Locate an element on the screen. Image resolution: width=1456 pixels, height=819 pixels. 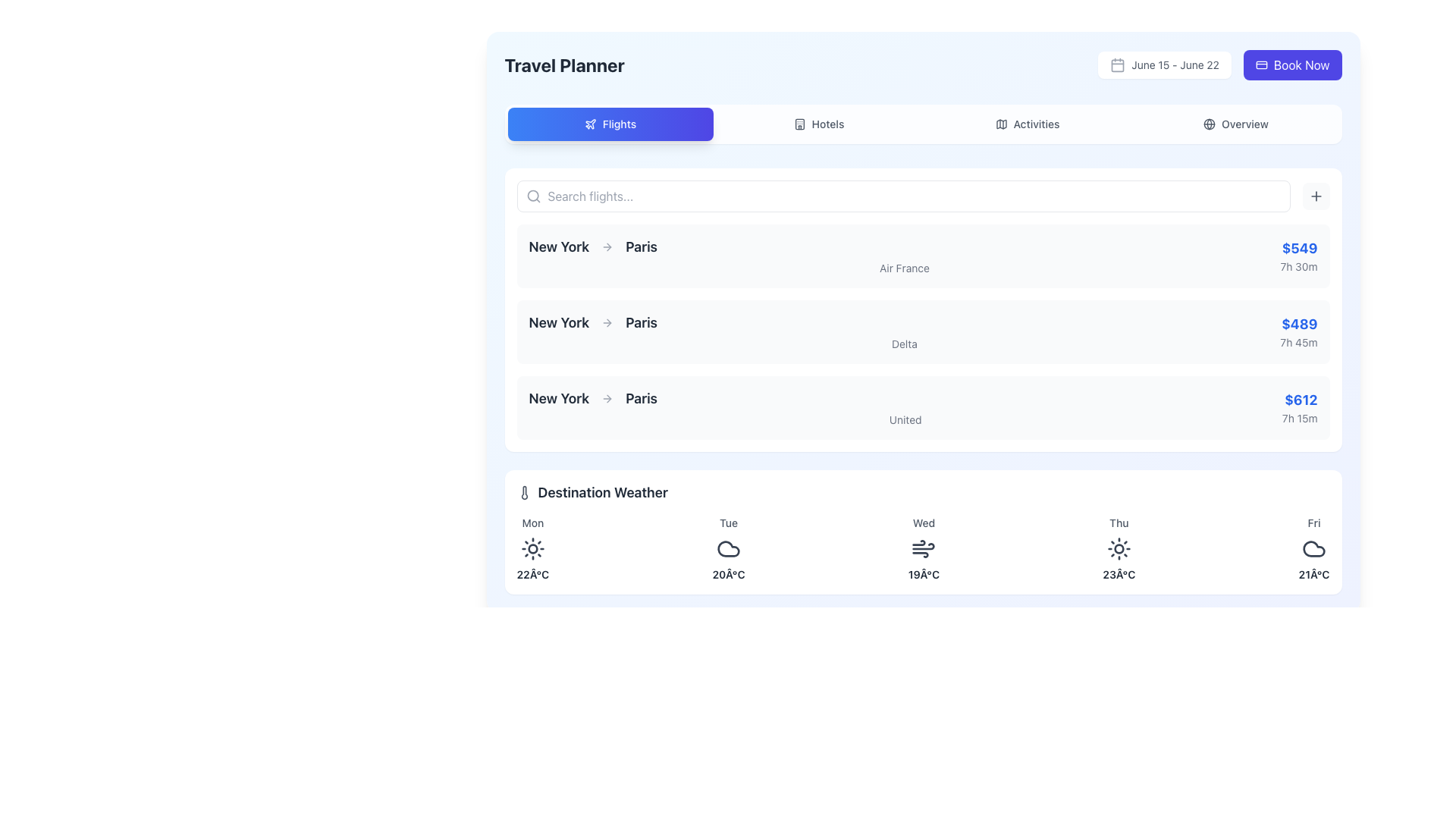
the Text Label displaying '23°C', which is positioned below 'Thu' and to the left of 'Friday' in the weather forecast grid is located at coordinates (1119, 575).